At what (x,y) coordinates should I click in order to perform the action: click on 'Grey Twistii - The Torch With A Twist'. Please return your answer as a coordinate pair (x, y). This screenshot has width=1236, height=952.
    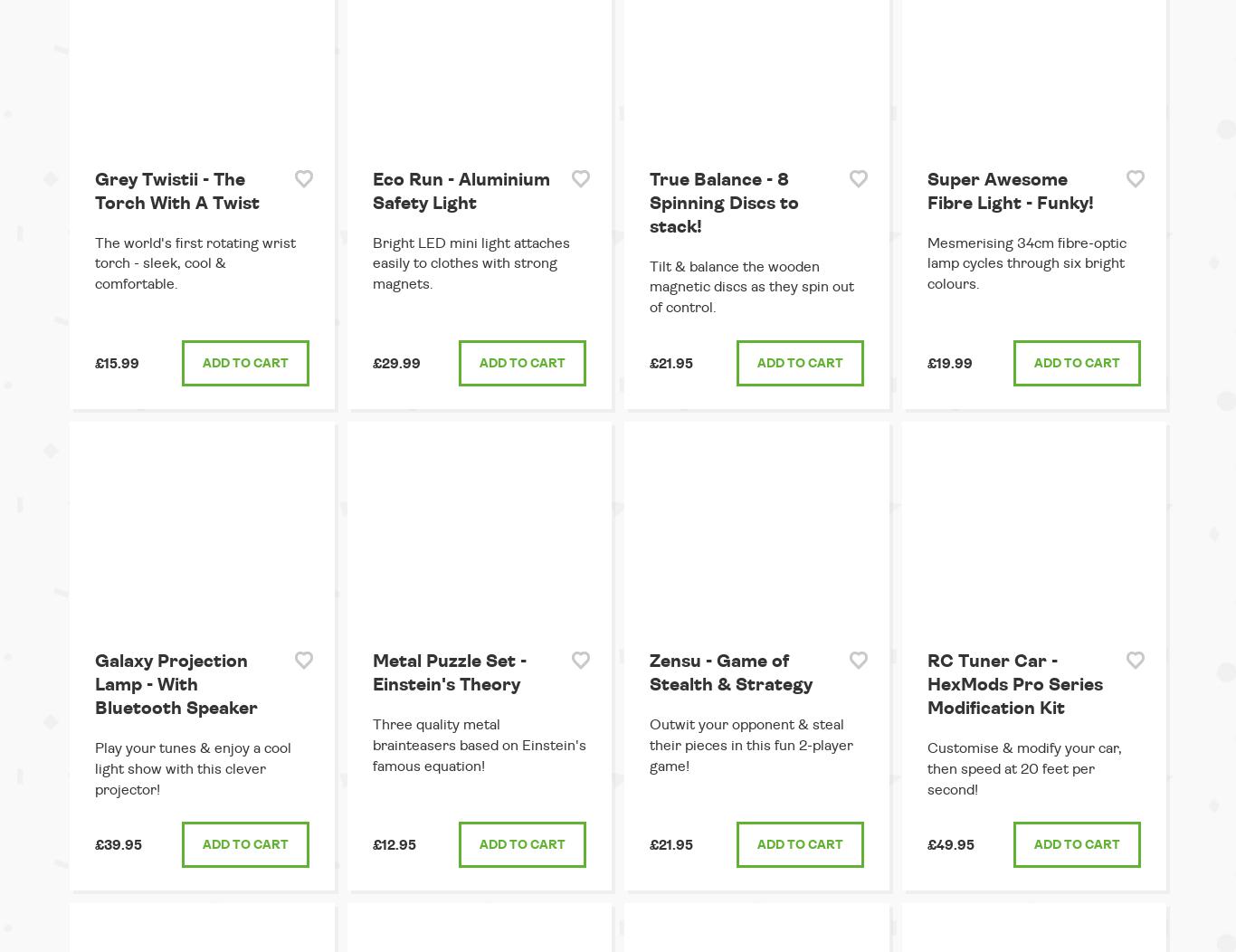
    Looking at the image, I should click on (176, 191).